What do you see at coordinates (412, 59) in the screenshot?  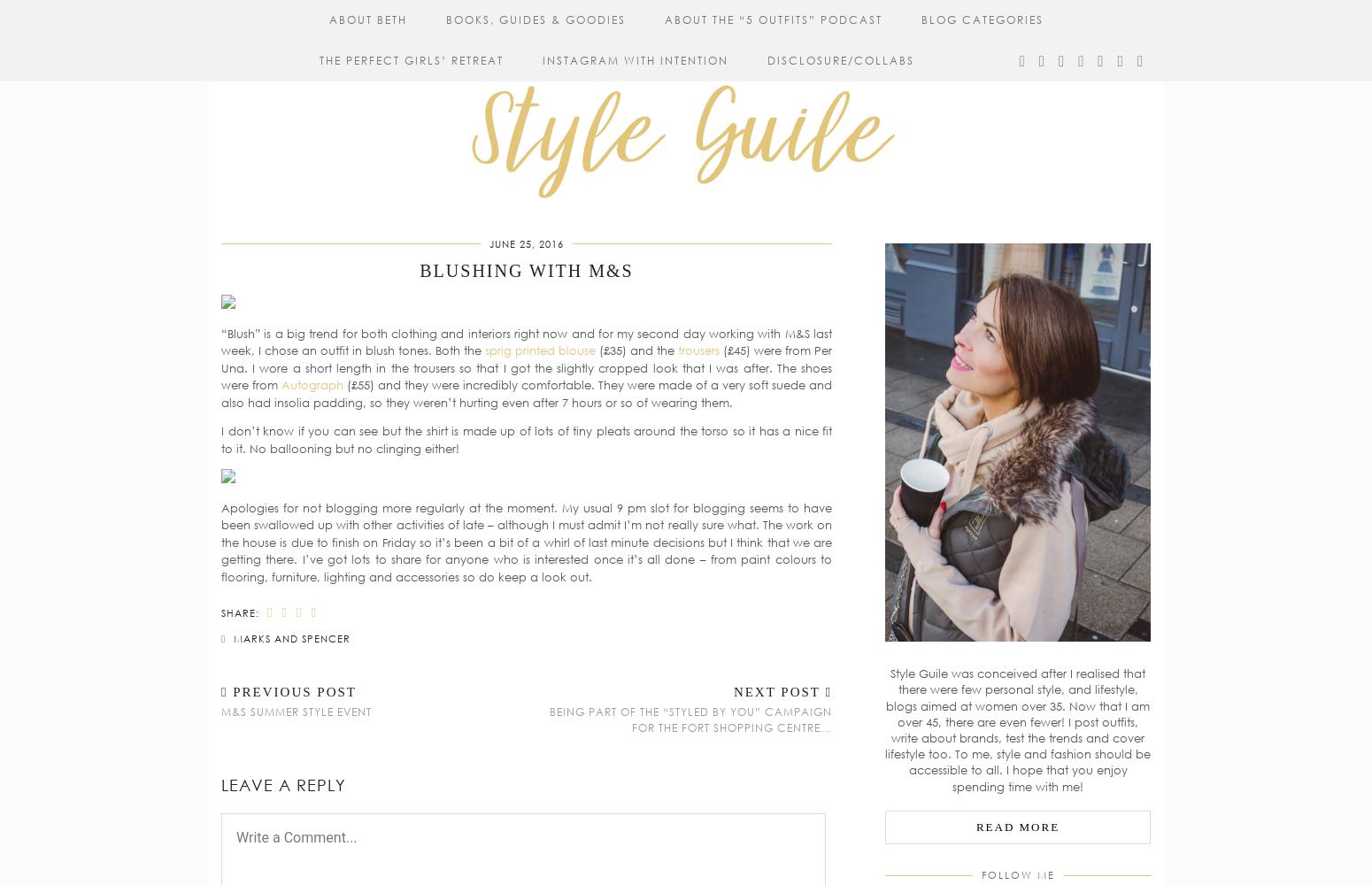 I see `'The Perfect Girls’ Retreat'` at bounding box center [412, 59].